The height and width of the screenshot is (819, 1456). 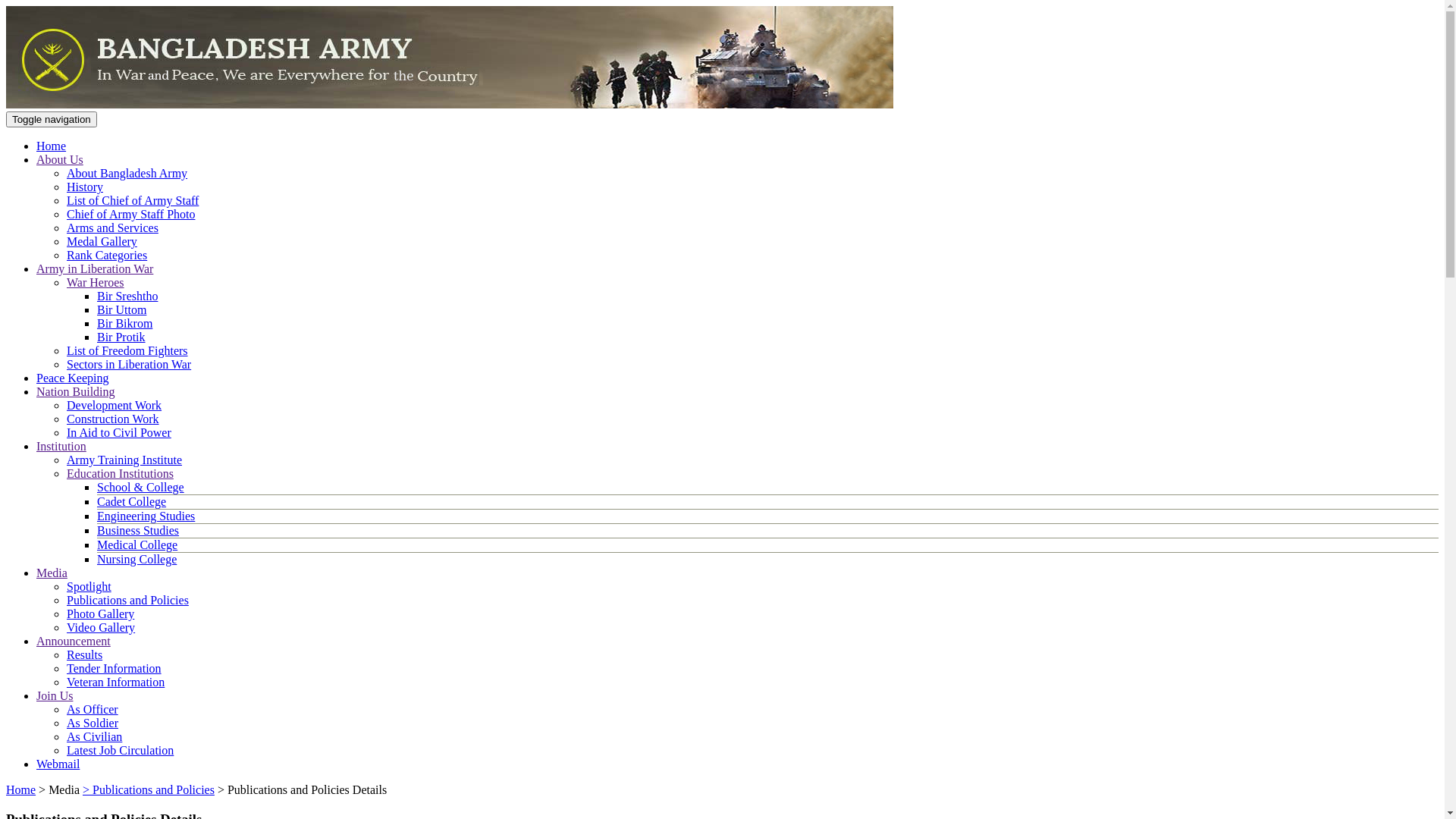 I want to click on 'Development Work', so click(x=113, y=404).